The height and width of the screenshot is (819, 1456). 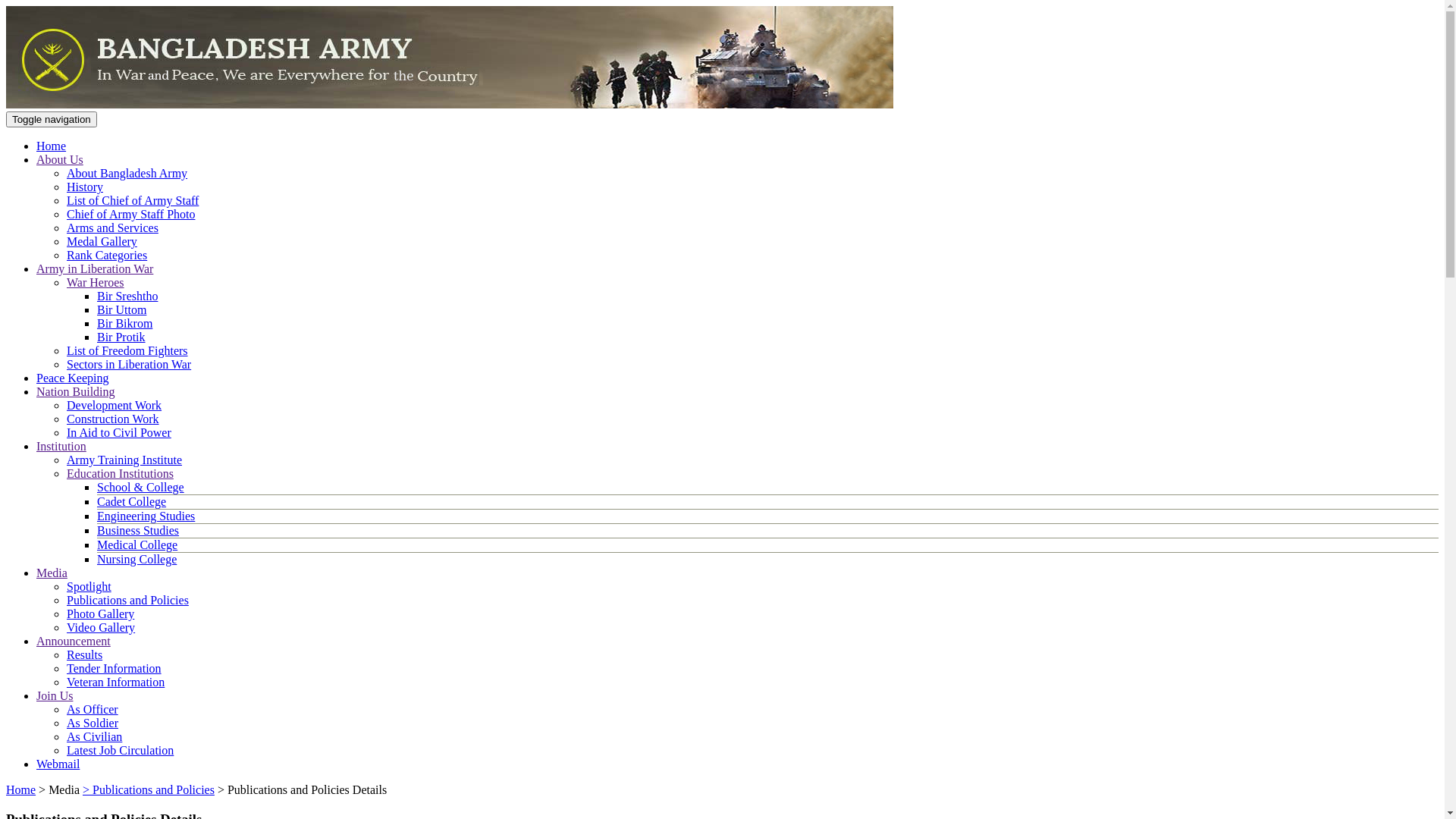 I want to click on 'Development Work', so click(x=113, y=404).